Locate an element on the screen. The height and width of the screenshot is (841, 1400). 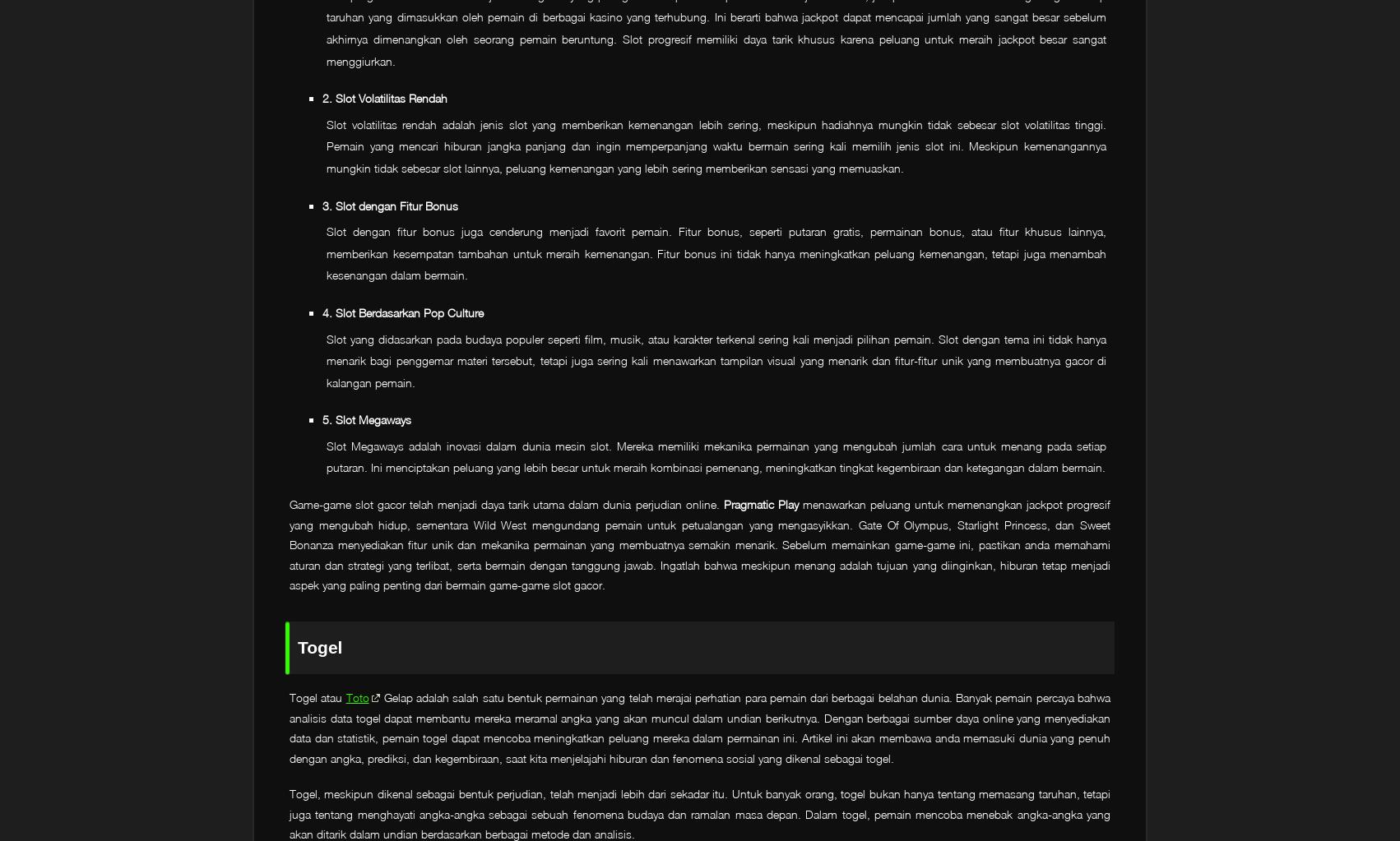
'4. Slot Berdasarkan Pop Culture' is located at coordinates (322, 311).